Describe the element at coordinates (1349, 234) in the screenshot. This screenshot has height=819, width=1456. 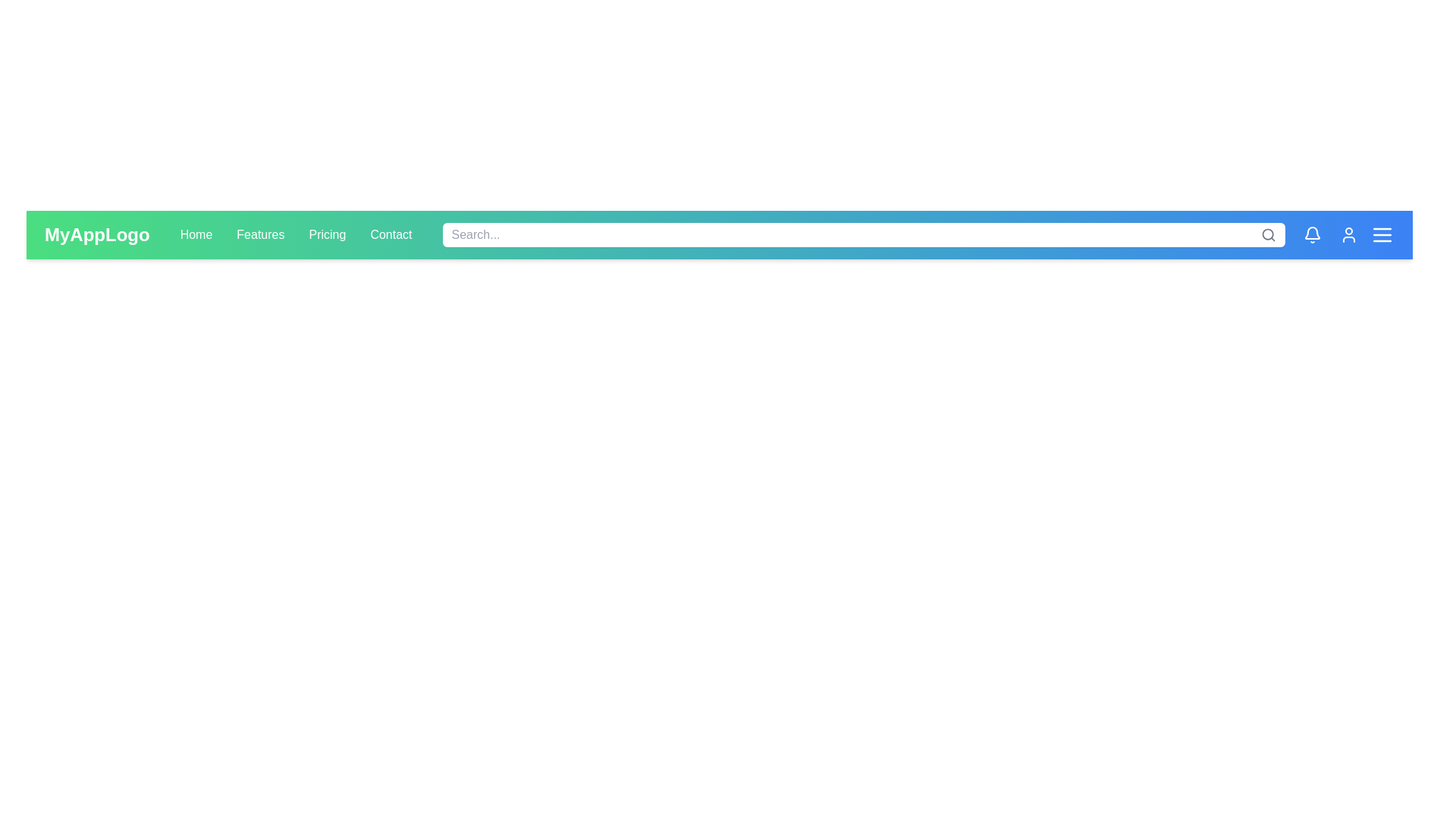
I see `the user account access icon, which is the second icon from the right in the navigation bar` at that location.